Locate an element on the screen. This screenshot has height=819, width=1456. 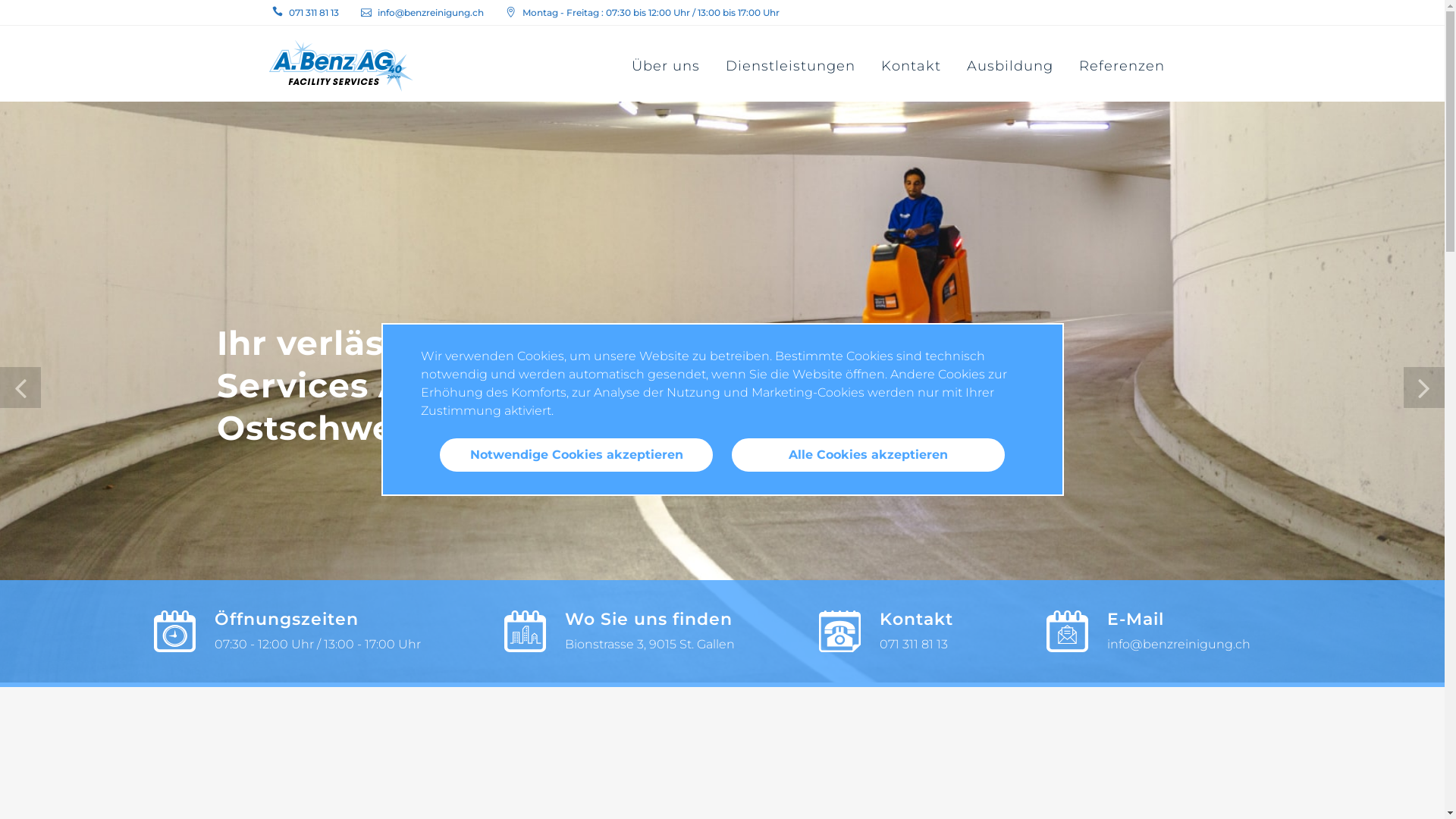
'Referenzen' is located at coordinates (1122, 65).